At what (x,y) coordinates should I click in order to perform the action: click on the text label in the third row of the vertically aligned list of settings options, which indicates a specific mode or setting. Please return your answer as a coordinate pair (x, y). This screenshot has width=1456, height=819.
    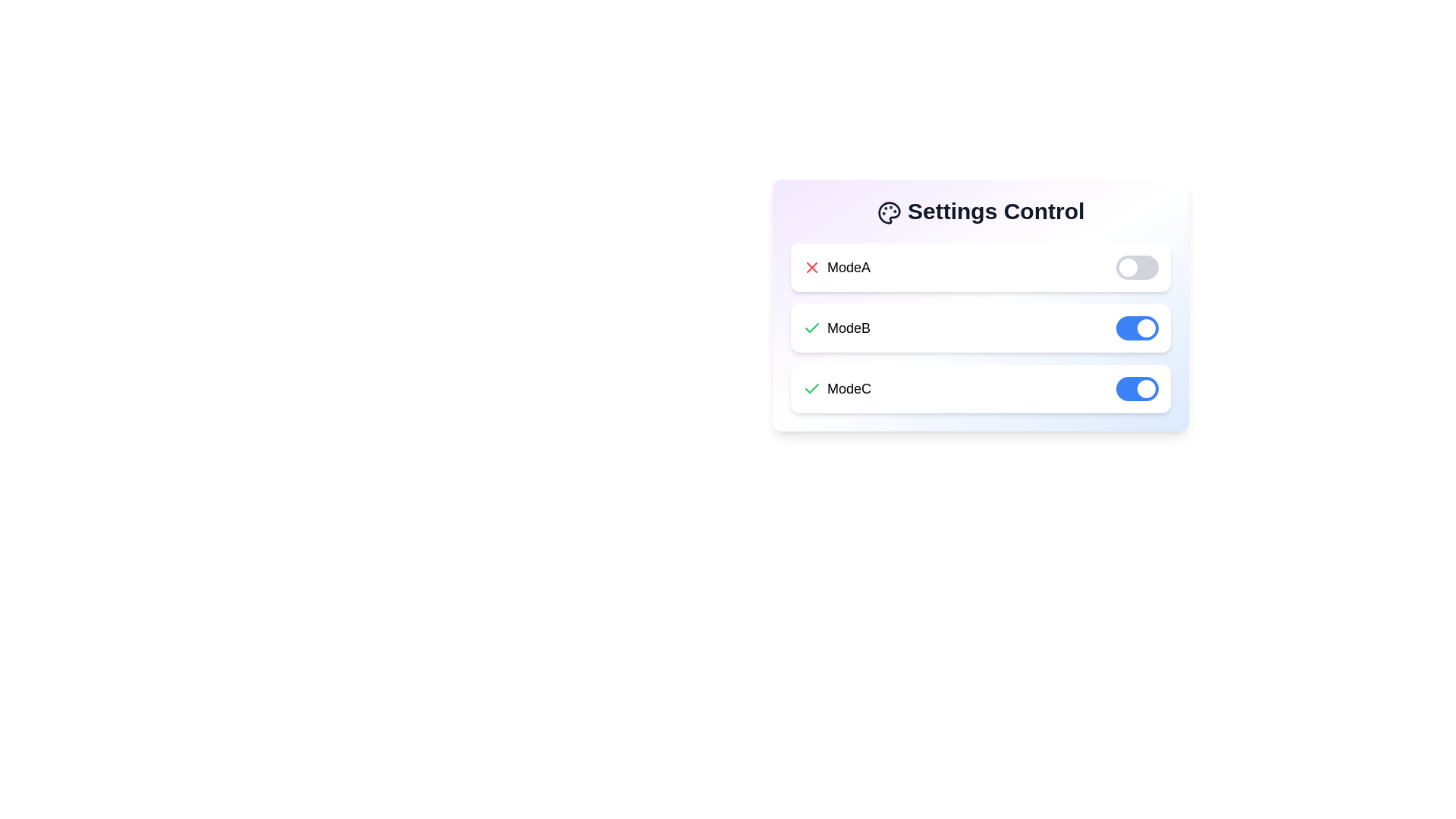
    Looking at the image, I should click on (836, 388).